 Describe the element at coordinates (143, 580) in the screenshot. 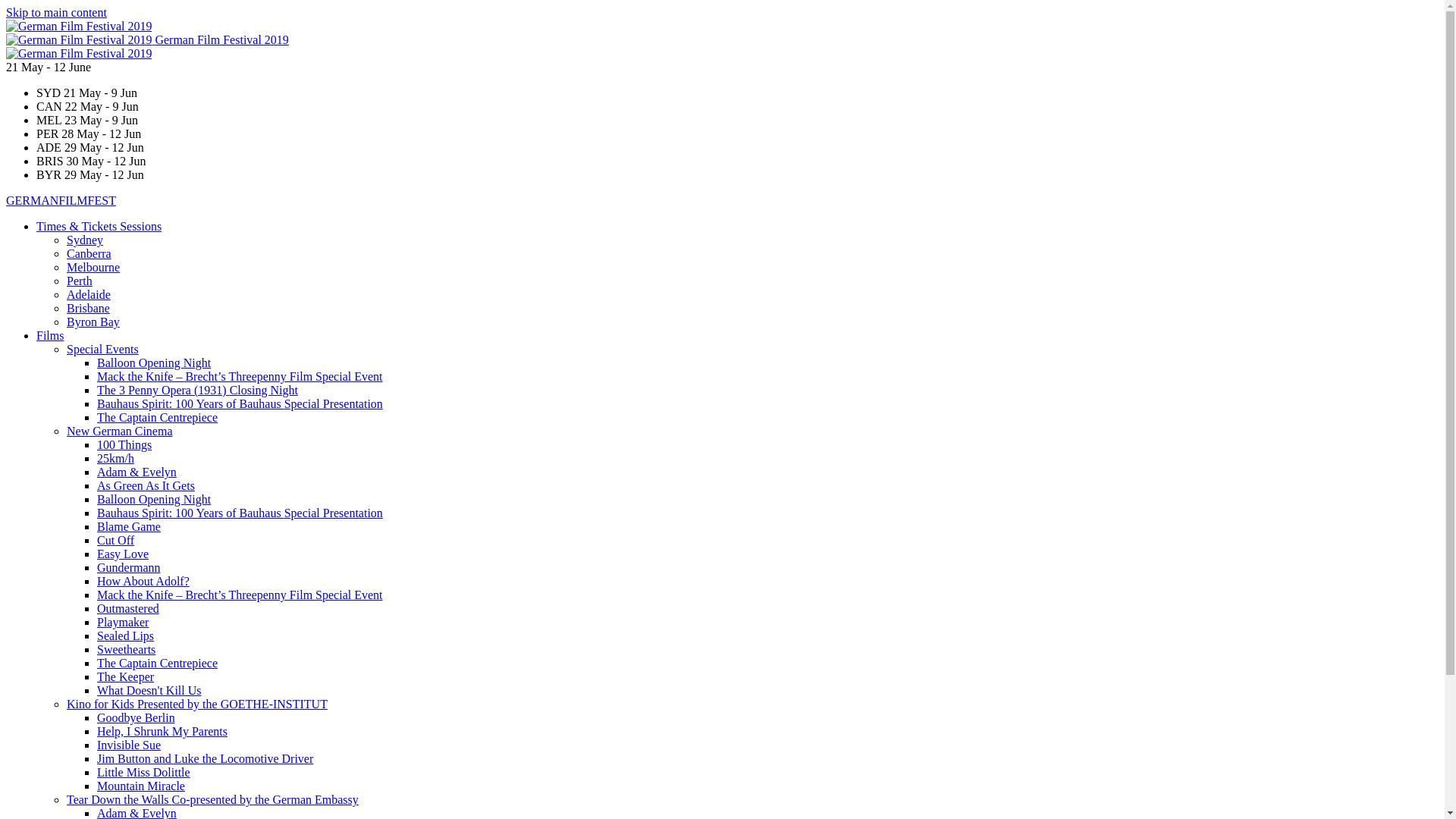

I see `'How About Adolf?'` at that location.